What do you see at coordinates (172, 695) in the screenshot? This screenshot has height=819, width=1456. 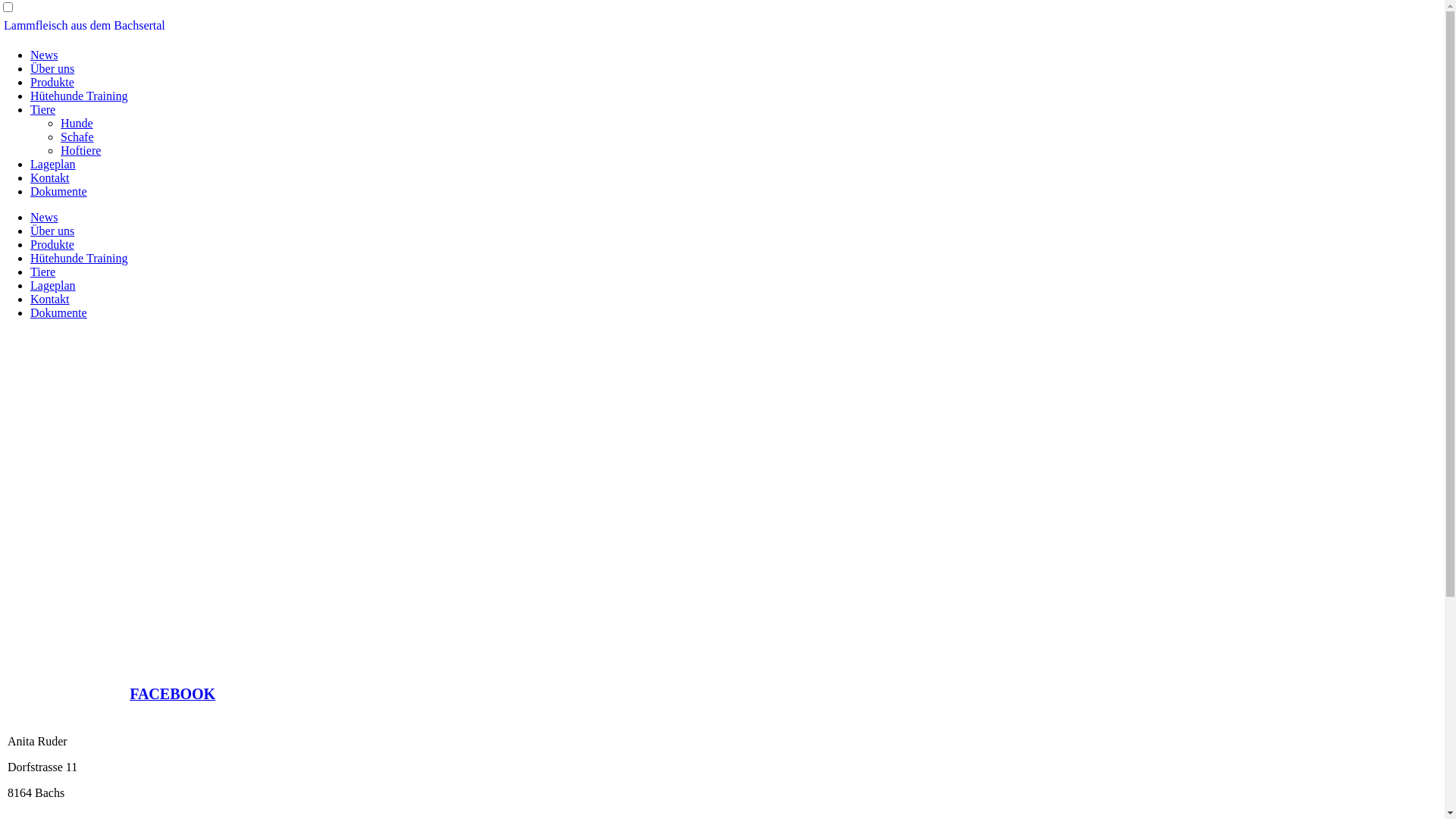 I see `'FACEBOOK'` at bounding box center [172, 695].